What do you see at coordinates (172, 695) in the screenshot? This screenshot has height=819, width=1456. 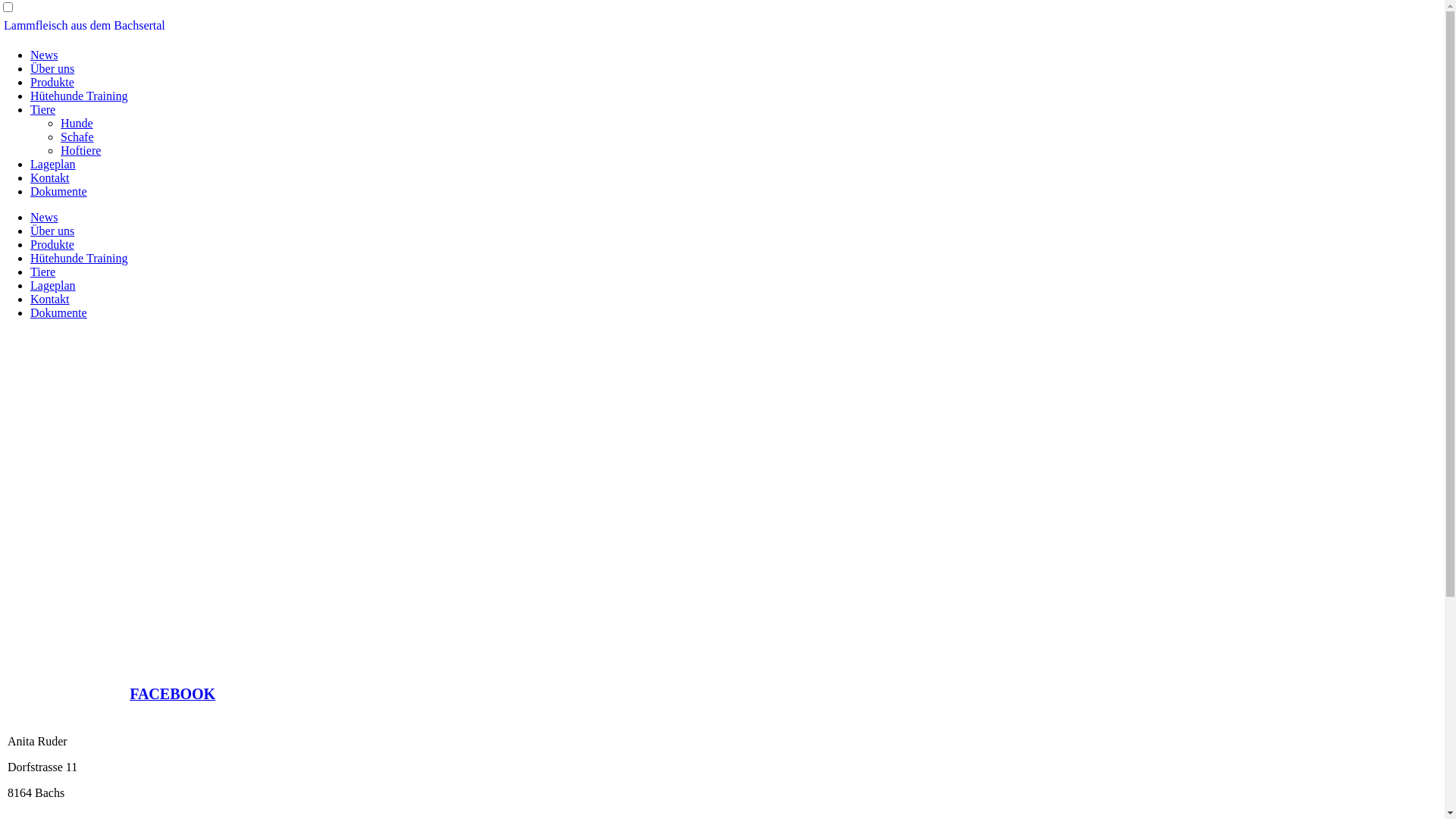 I see `'FACEBOOK'` at bounding box center [172, 695].